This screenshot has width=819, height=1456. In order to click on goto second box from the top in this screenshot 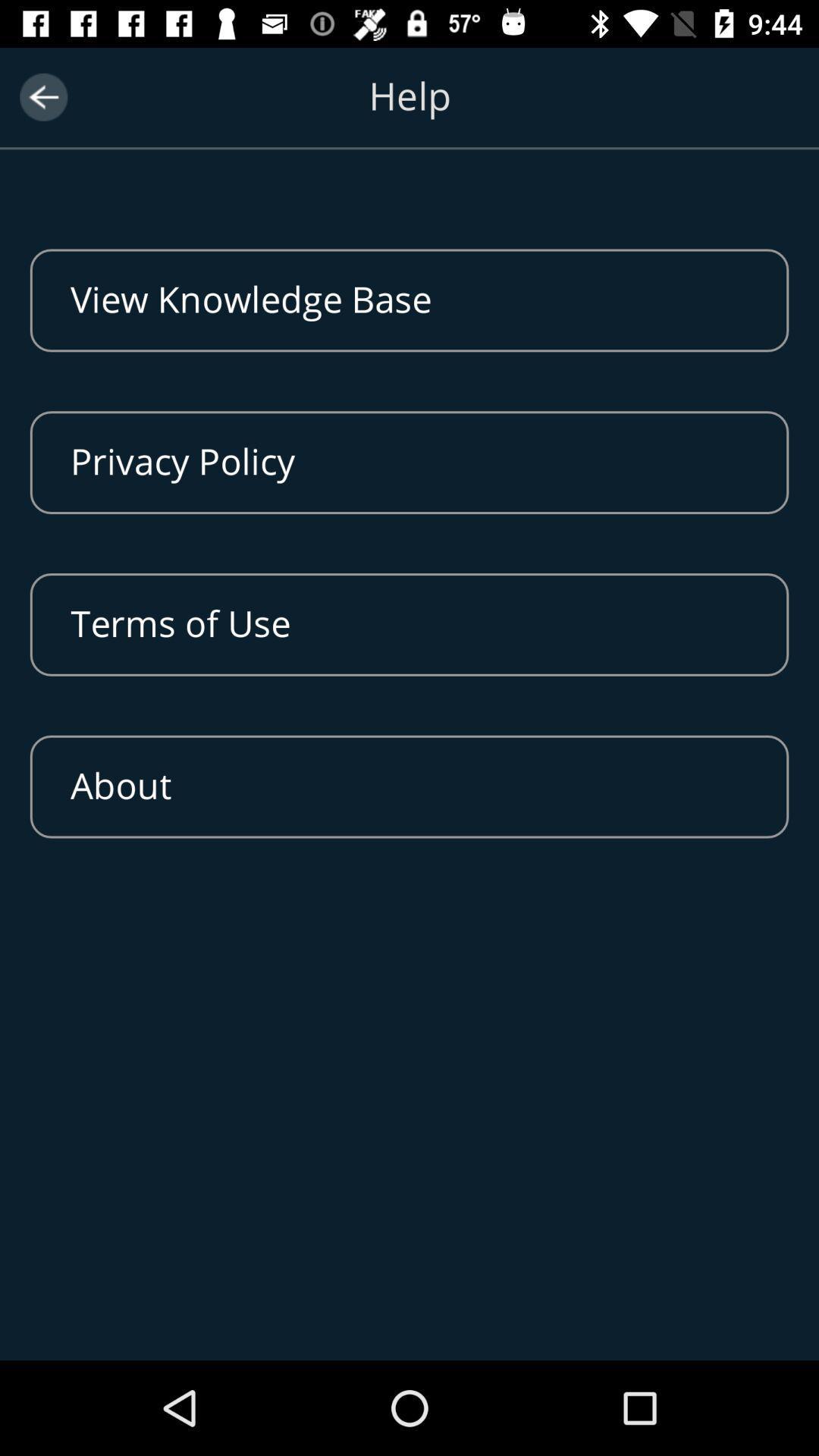, I will do `click(409, 461)`.